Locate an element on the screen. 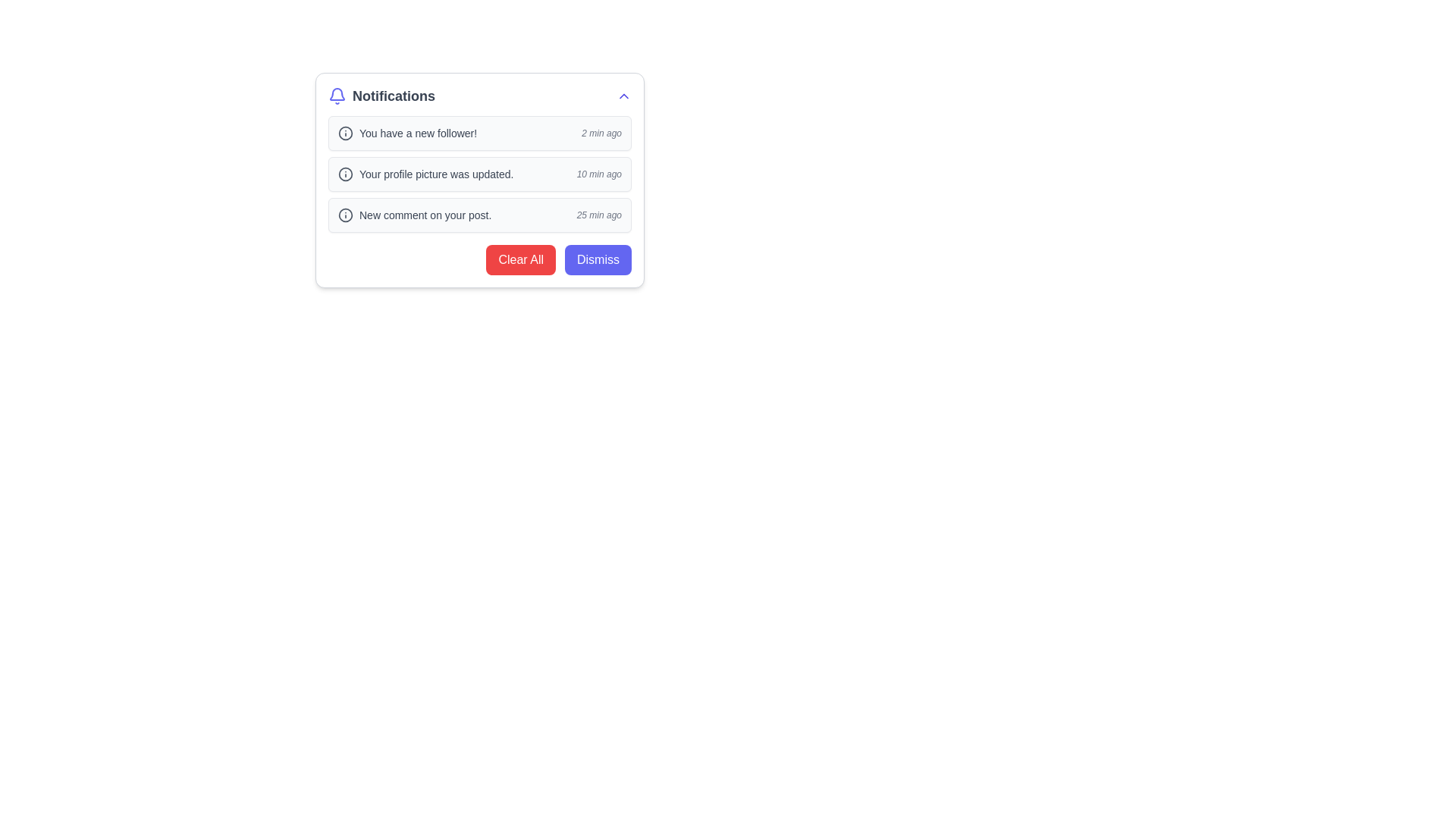 The height and width of the screenshot is (819, 1456). the button for clearing all notifications, located at the bottom right of the notification panel is located at coordinates (521, 259).